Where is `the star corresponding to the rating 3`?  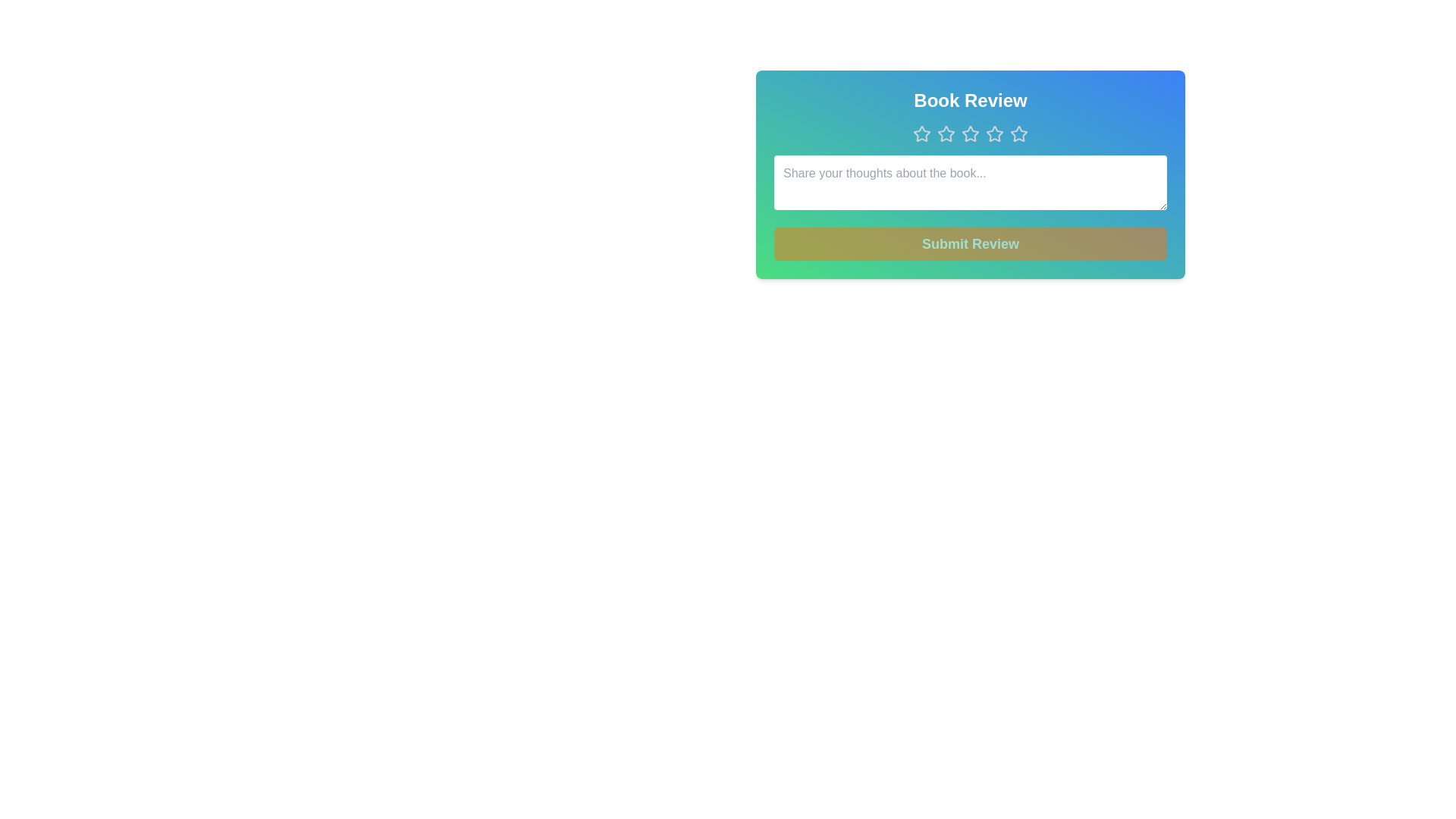
the star corresponding to the rating 3 is located at coordinates (971, 133).